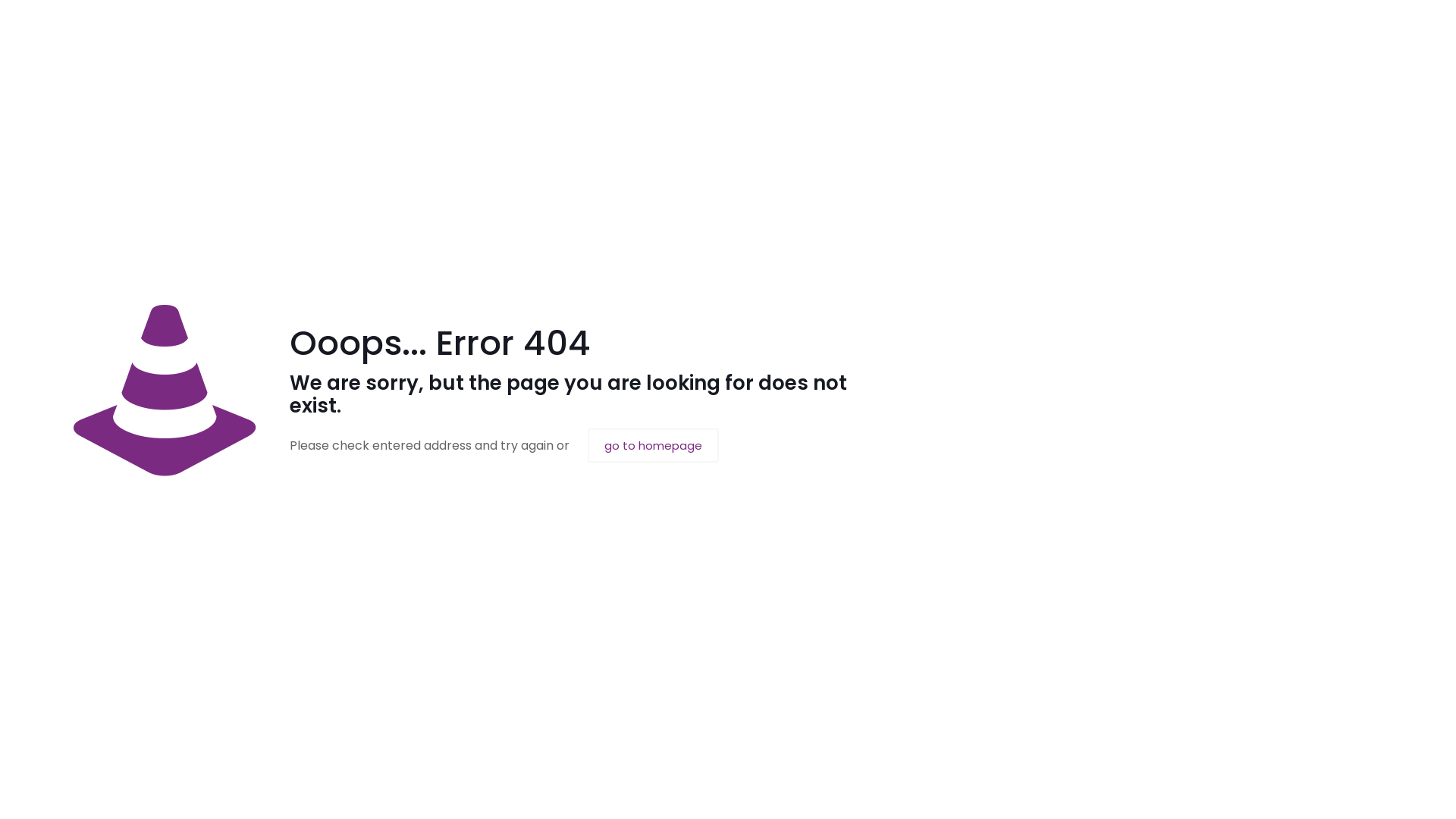 Image resolution: width=1456 pixels, height=819 pixels. Describe the element at coordinates (653, 444) in the screenshot. I see `'go to homepage'` at that location.